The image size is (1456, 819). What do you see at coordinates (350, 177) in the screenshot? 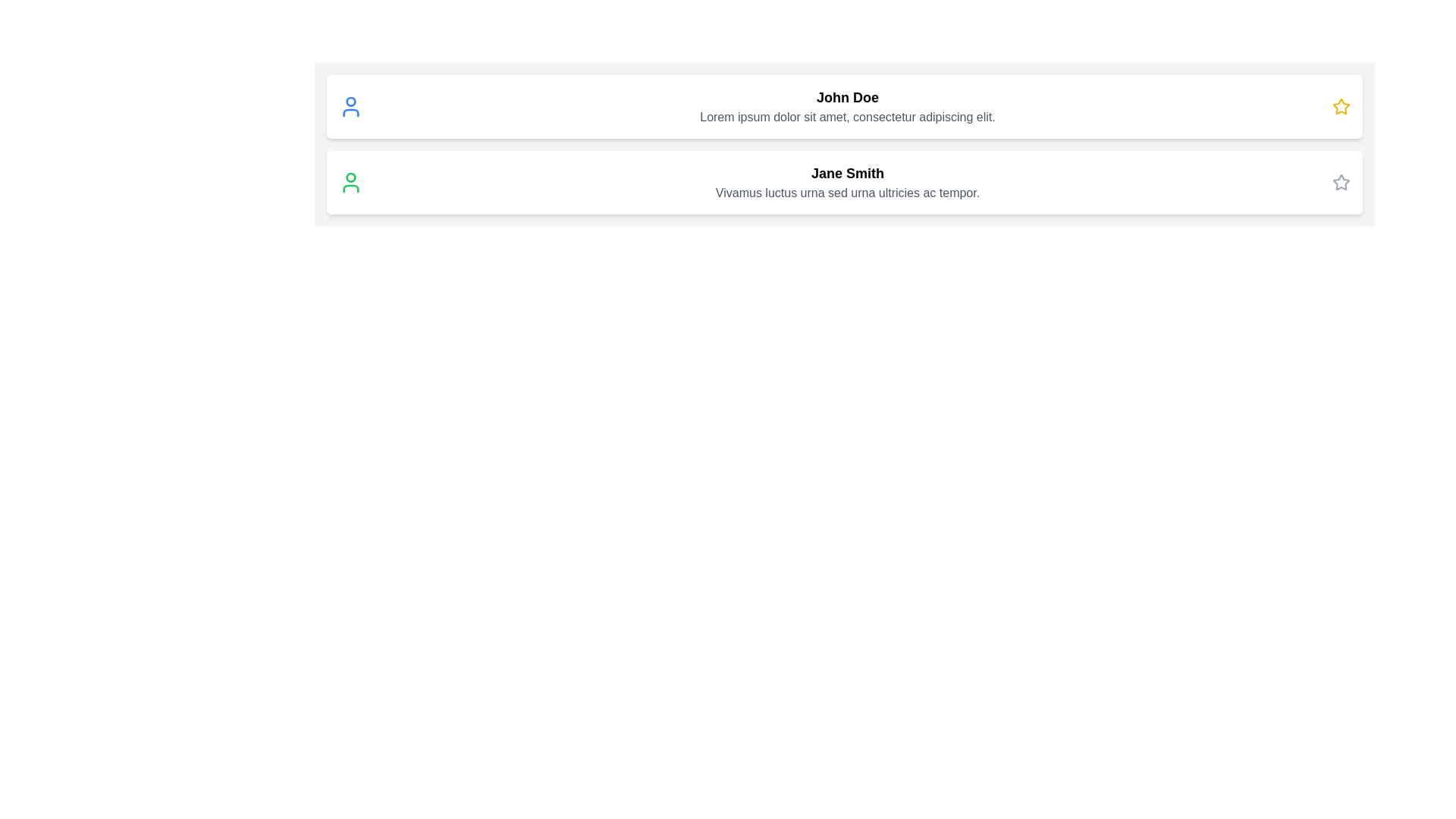
I see `the small circular shape within the green user profile icon located on the left side of the second list item card` at bounding box center [350, 177].